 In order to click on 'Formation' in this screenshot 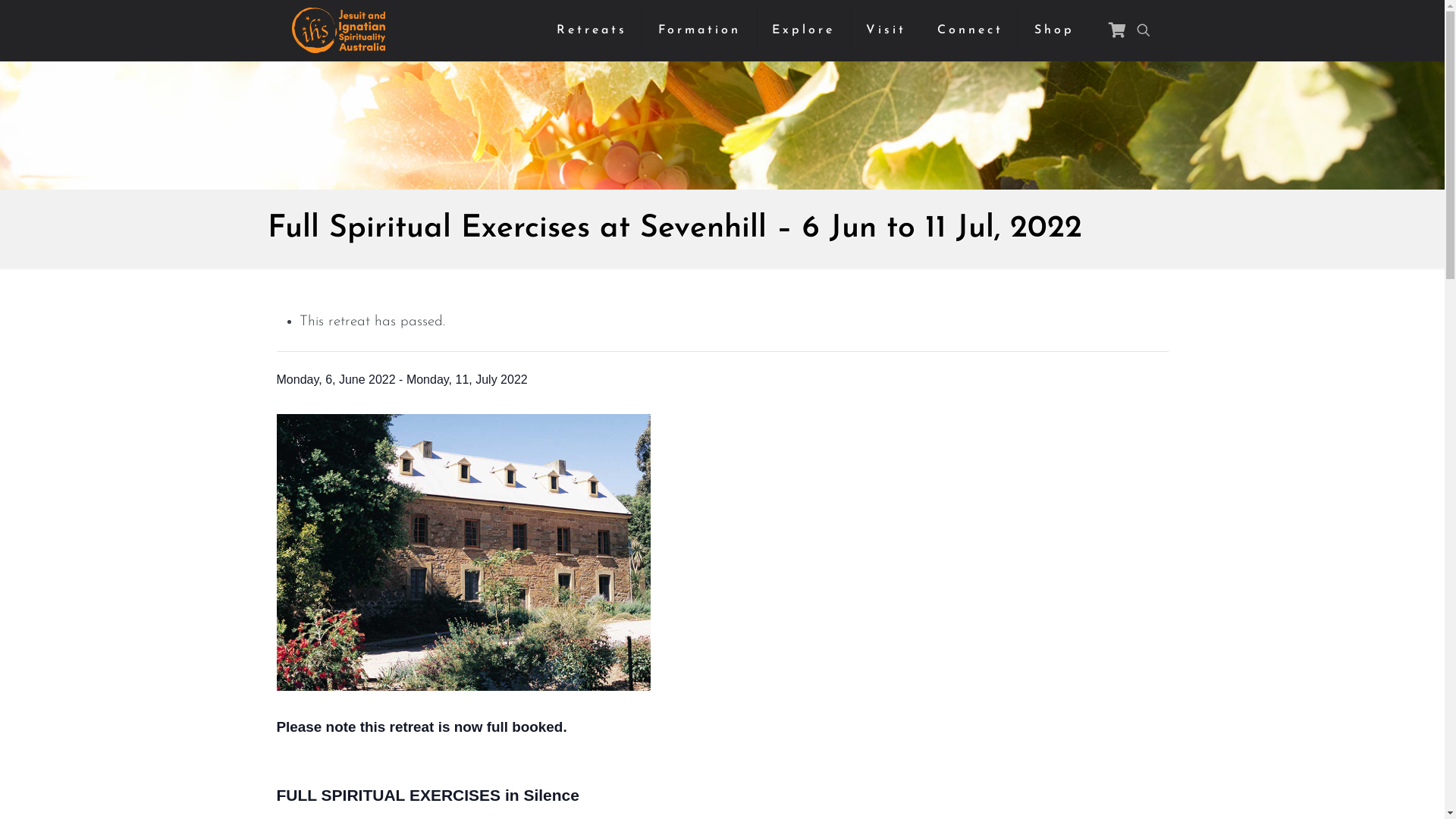, I will do `click(698, 30)`.